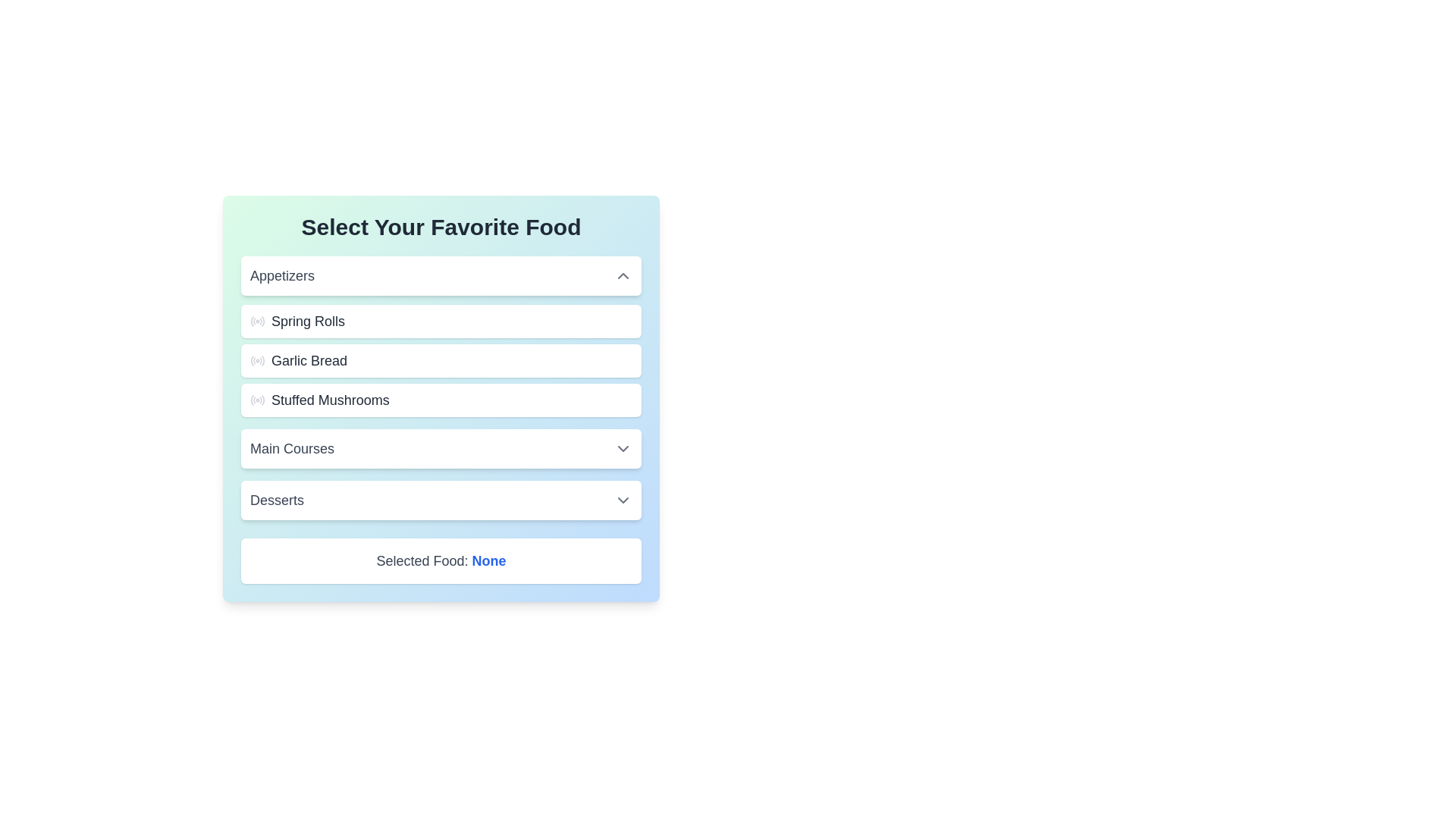 Image resolution: width=1456 pixels, height=819 pixels. What do you see at coordinates (440, 275) in the screenshot?
I see `the Dropdown toggle button labeled 'Appetizers' to enable keyboard interaction` at bounding box center [440, 275].